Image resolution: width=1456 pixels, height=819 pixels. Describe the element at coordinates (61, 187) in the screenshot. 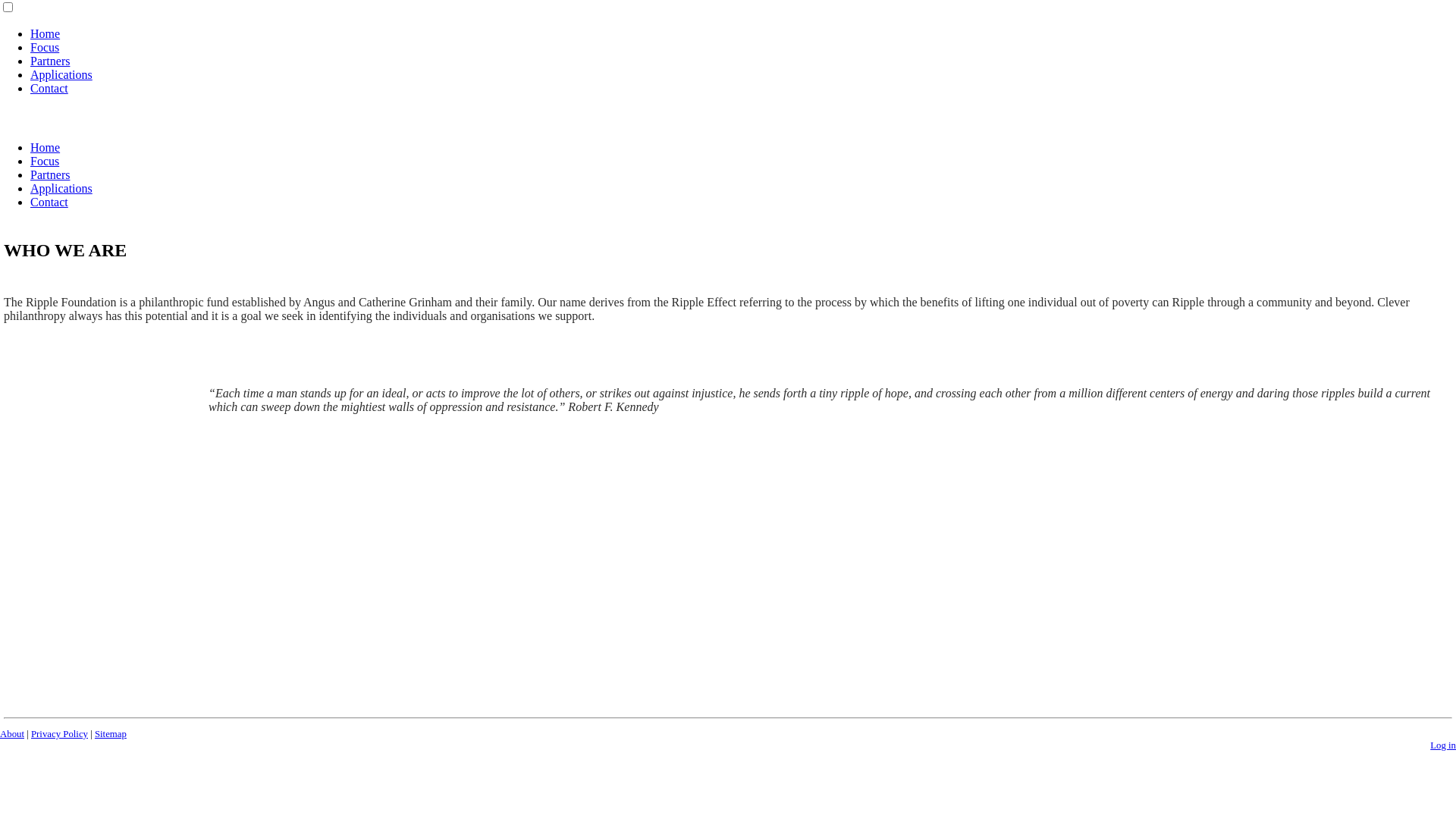

I see `'Applications'` at that location.